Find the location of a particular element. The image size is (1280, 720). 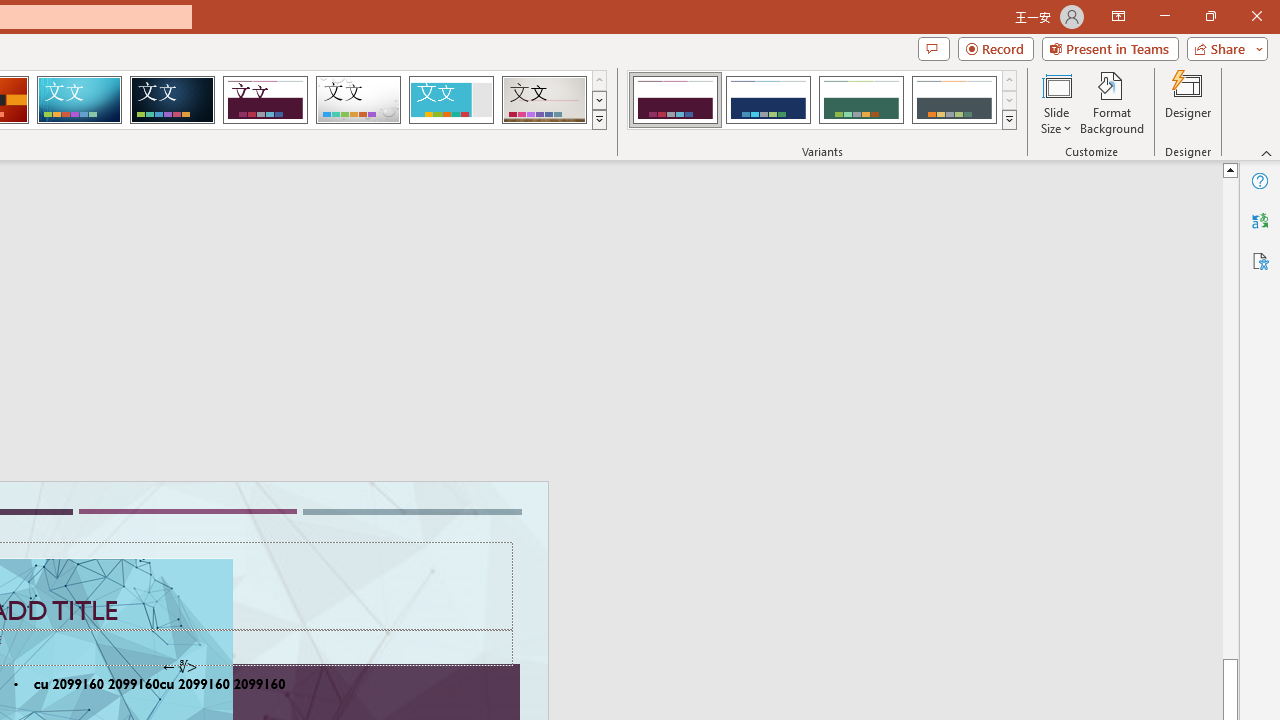

'Format Background' is located at coordinates (1111, 103).